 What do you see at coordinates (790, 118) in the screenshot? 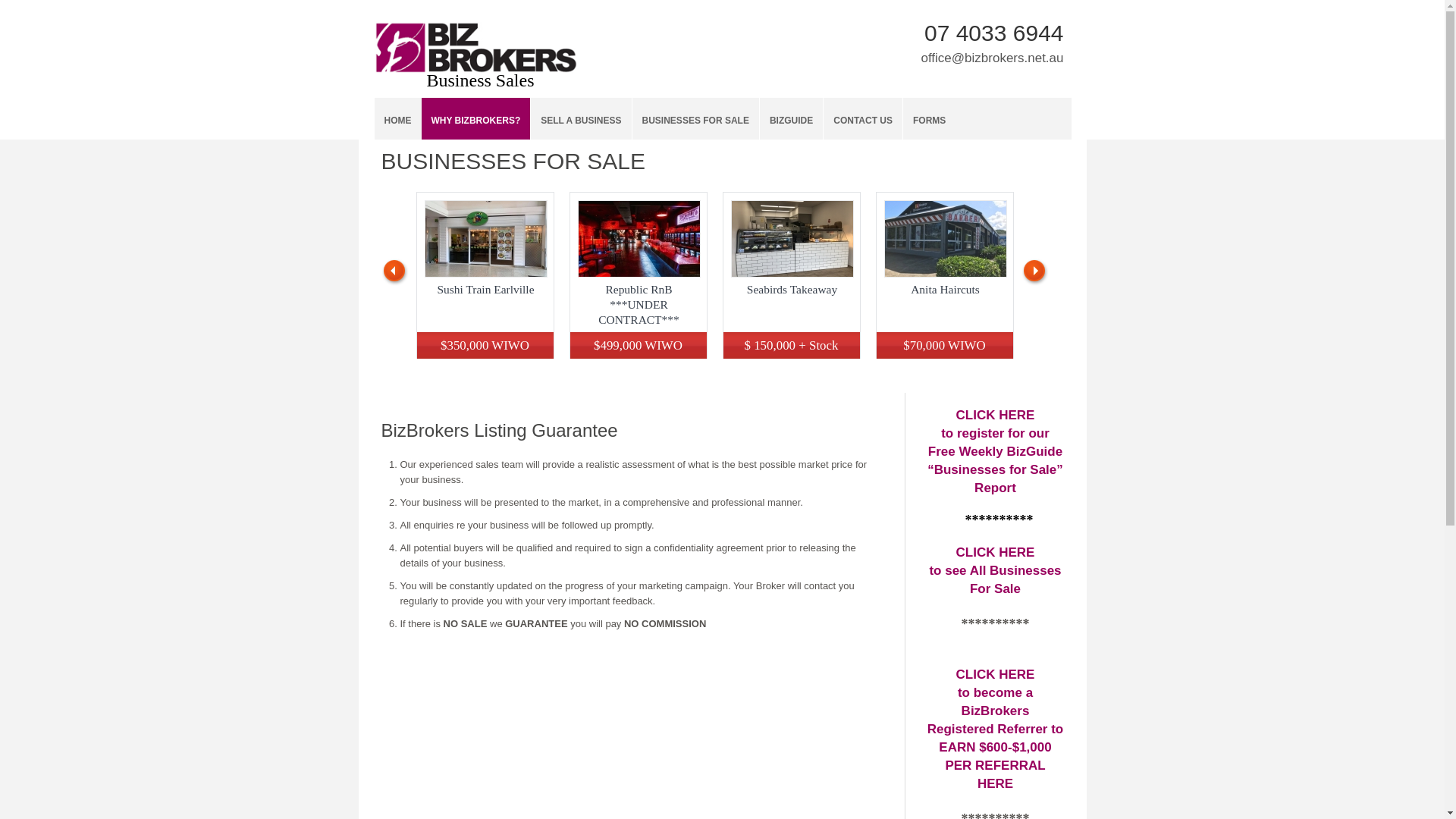
I see `'BIZGUIDE'` at bounding box center [790, 118].